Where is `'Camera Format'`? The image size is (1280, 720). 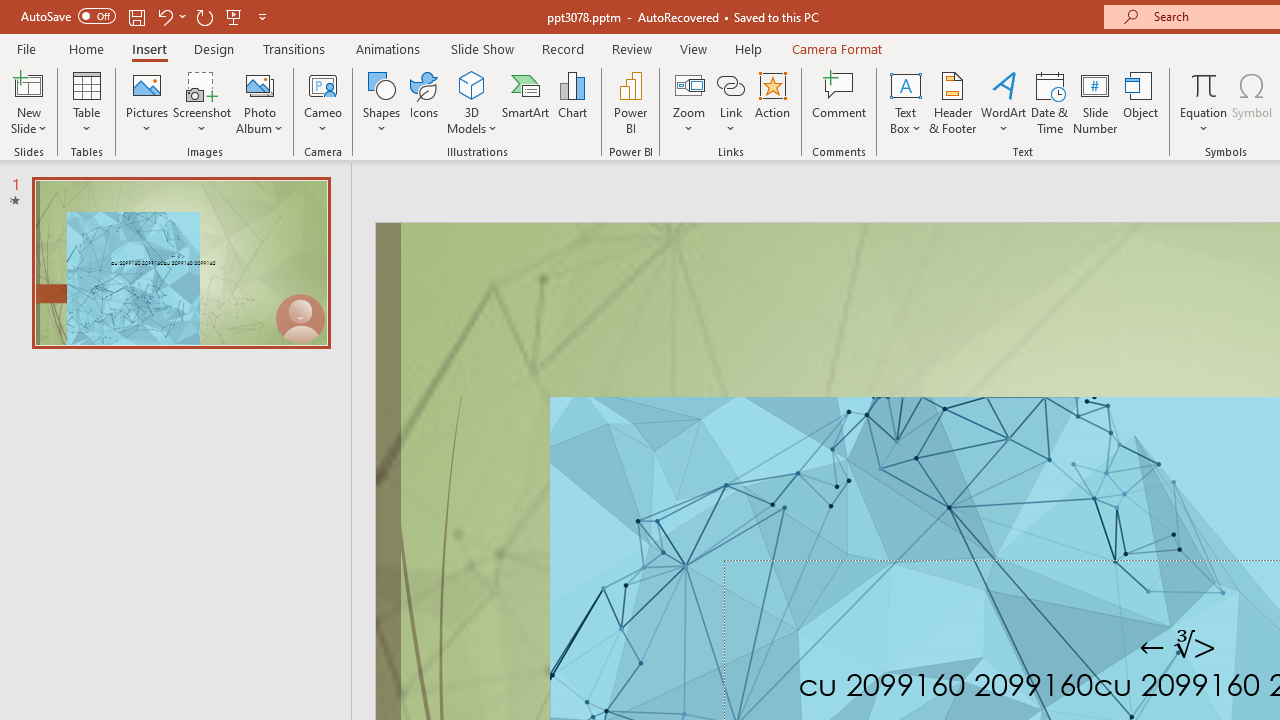 'Camera Format' is located at coordinates (837, 48).